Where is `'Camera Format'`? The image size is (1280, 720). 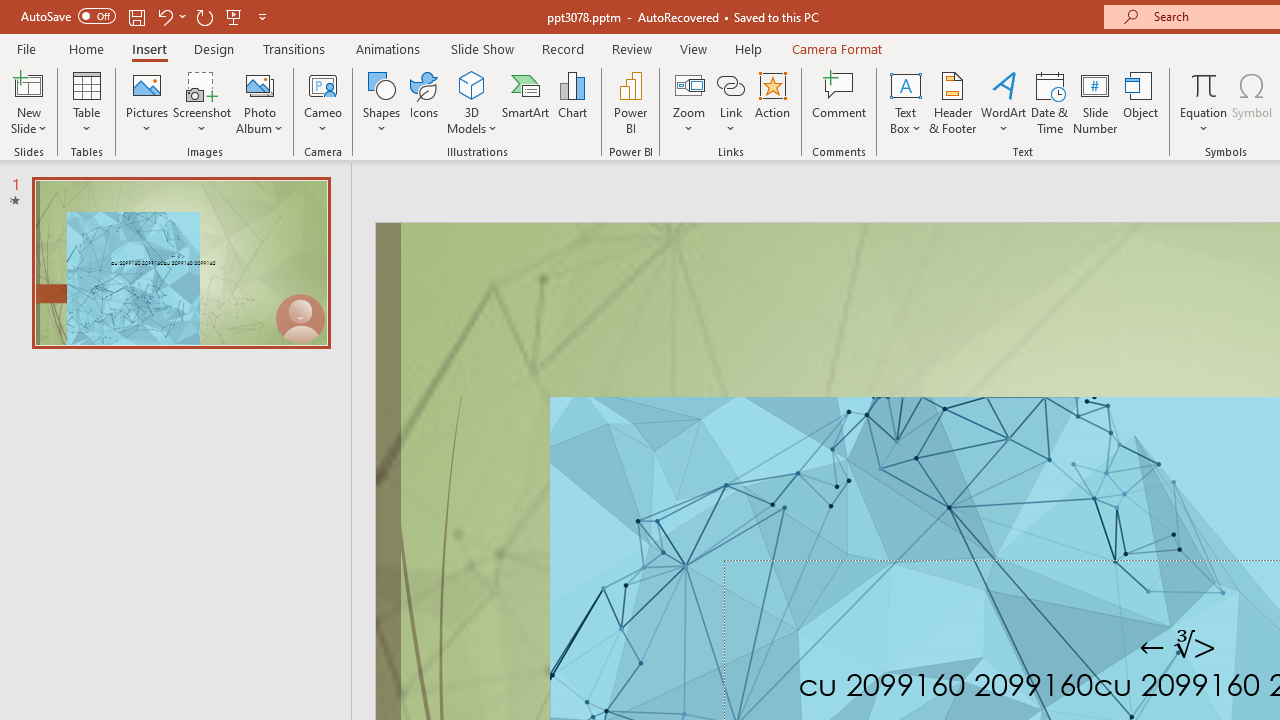 'Camera Format' is located at coordinates (837, 48).